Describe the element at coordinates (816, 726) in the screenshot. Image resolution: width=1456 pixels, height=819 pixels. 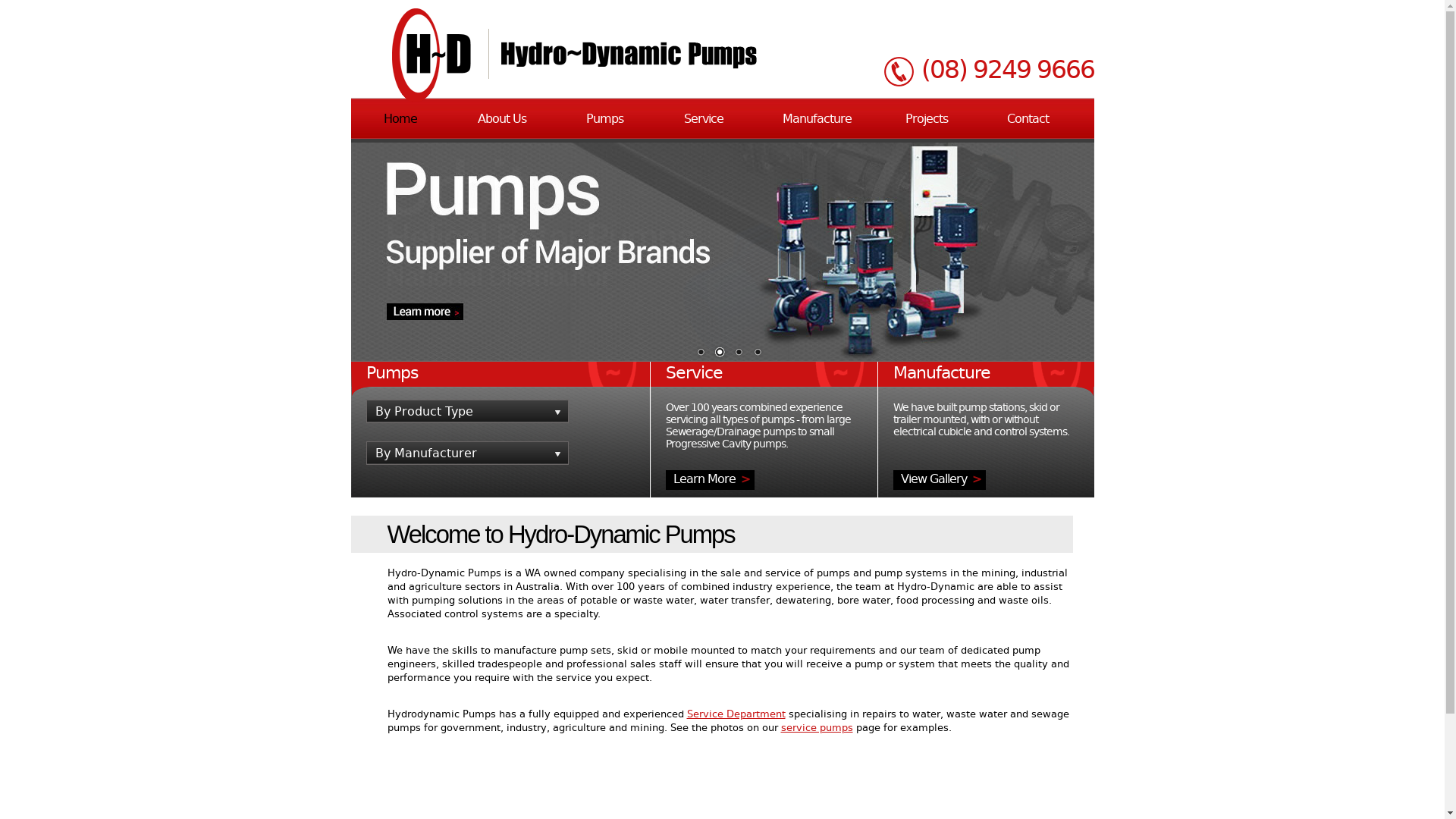
I see `'service pumps'` at that location.